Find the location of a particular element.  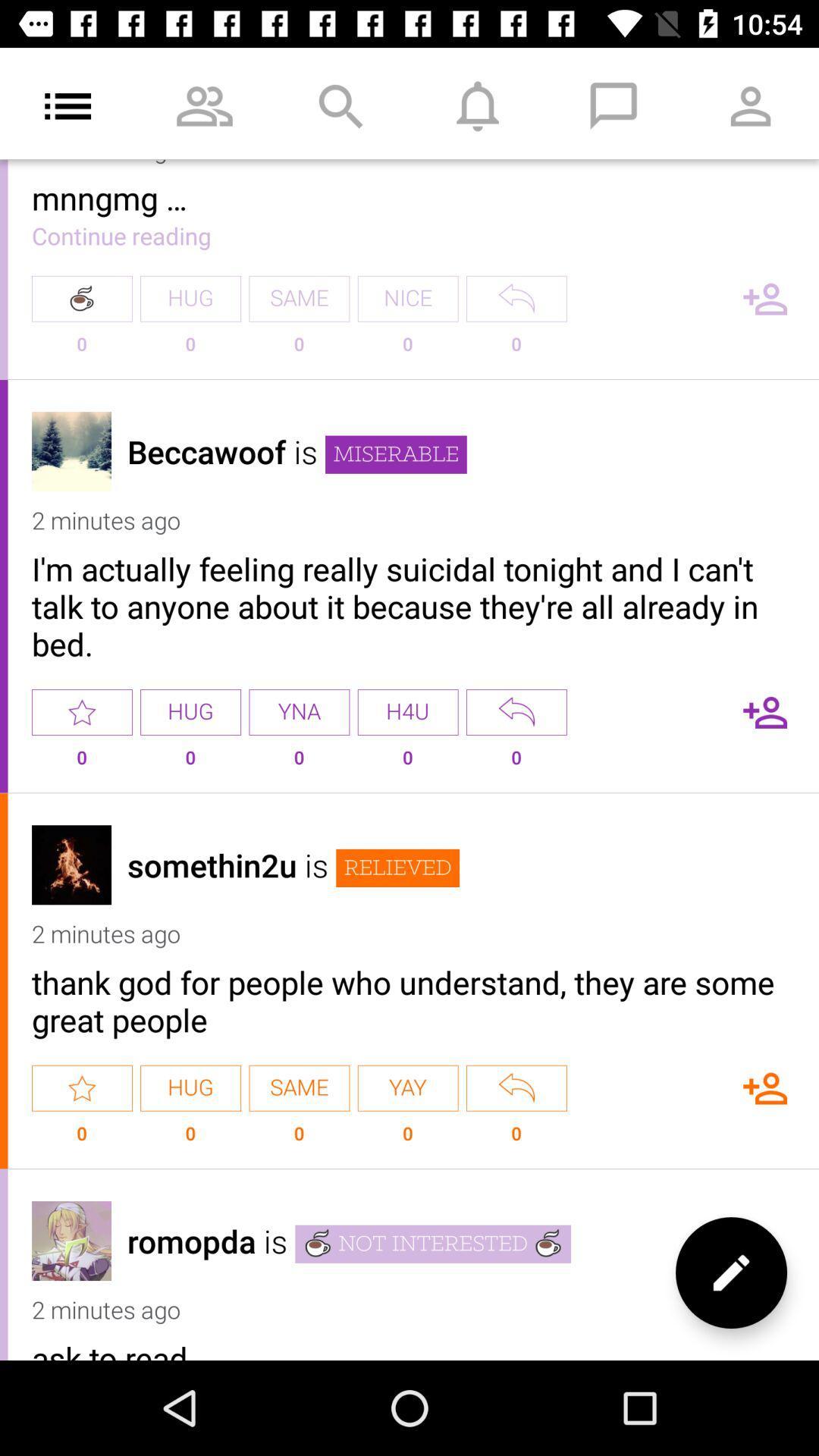

indicate the rating is located at coordinates (82, 711).